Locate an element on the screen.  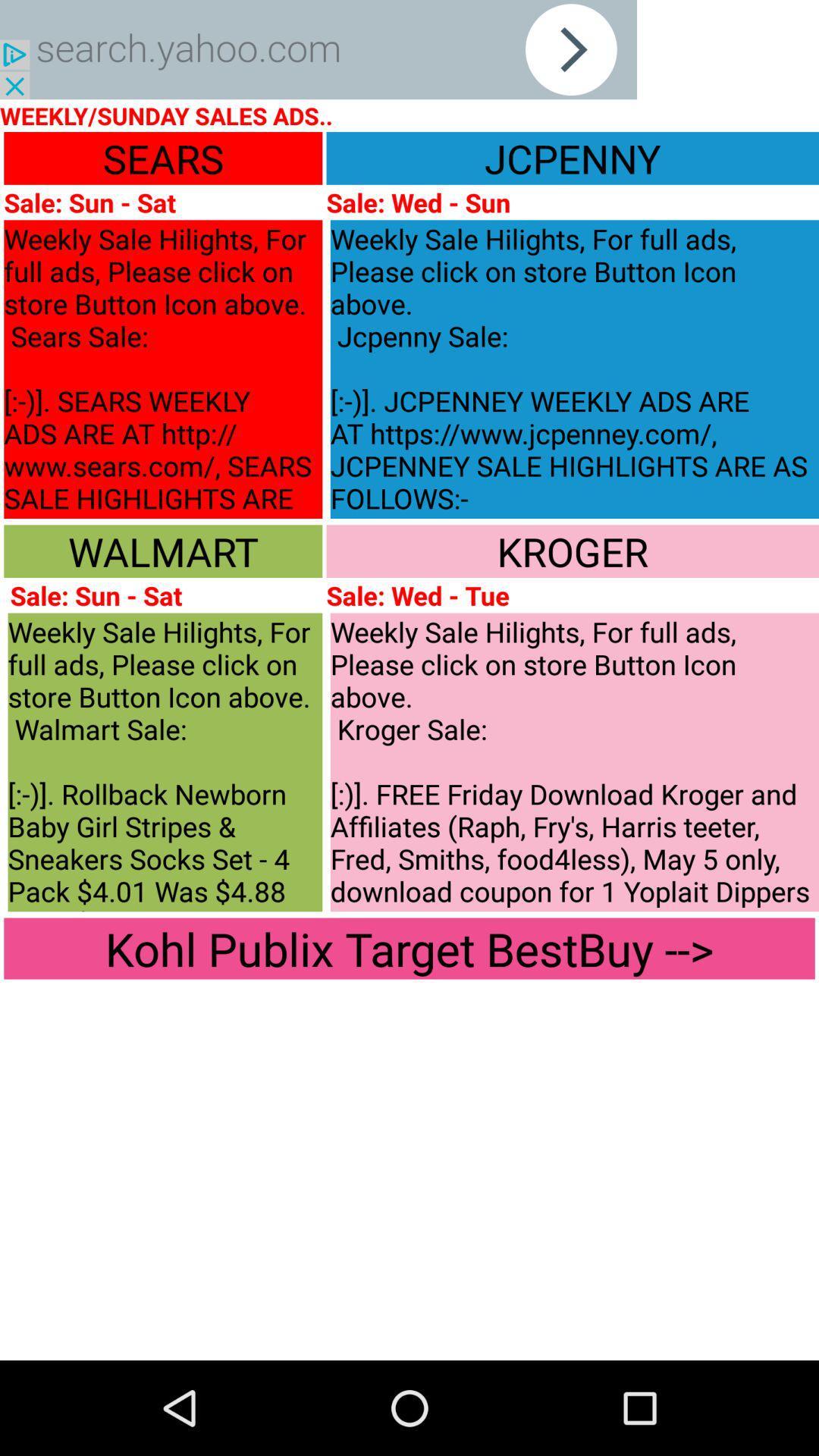
it is searching key is located at coordinates (318, 49).